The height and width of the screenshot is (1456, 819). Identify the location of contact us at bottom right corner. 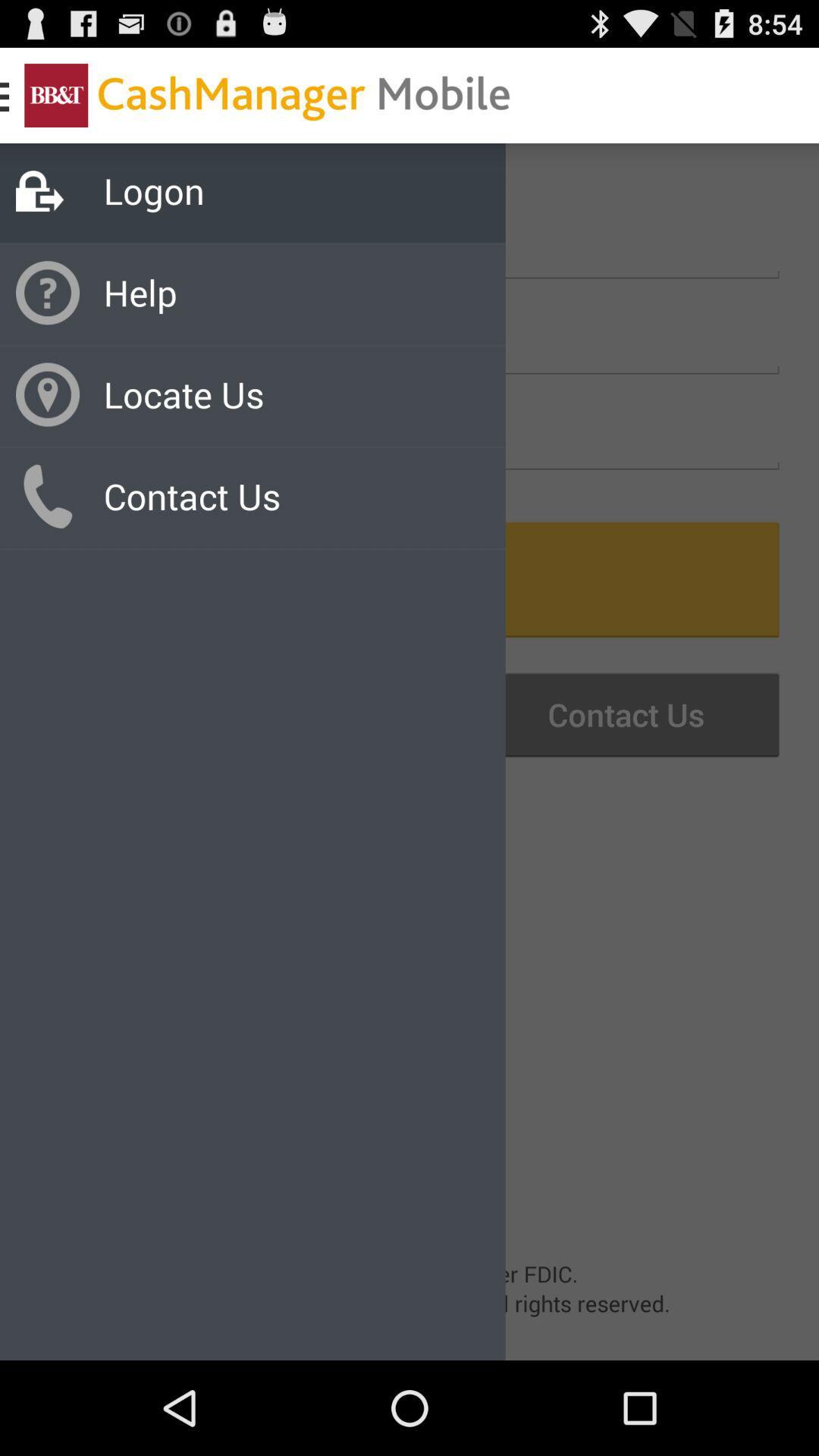
(605, 714).